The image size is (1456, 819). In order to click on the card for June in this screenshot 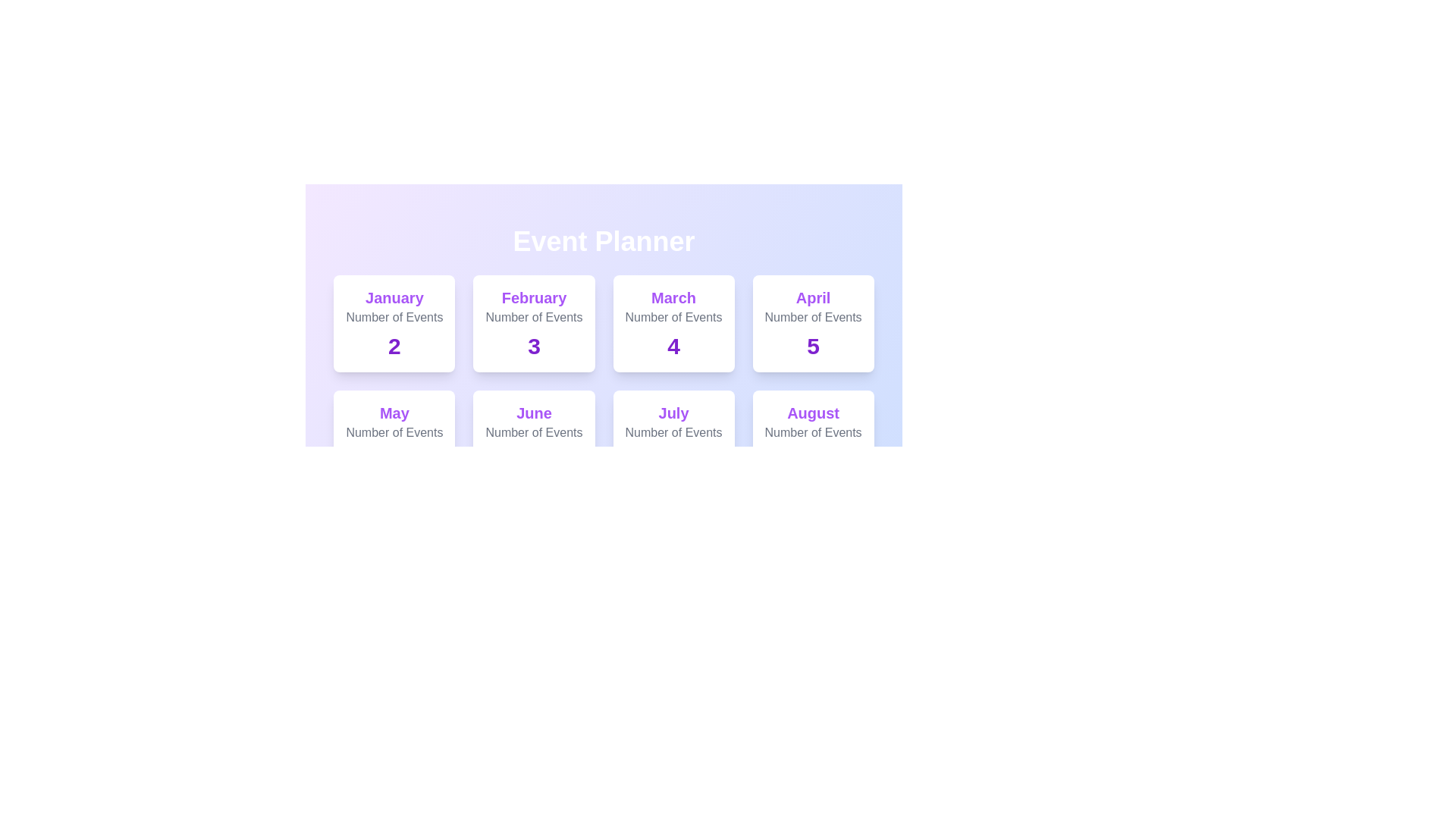, I will do `click(534, 438)`.